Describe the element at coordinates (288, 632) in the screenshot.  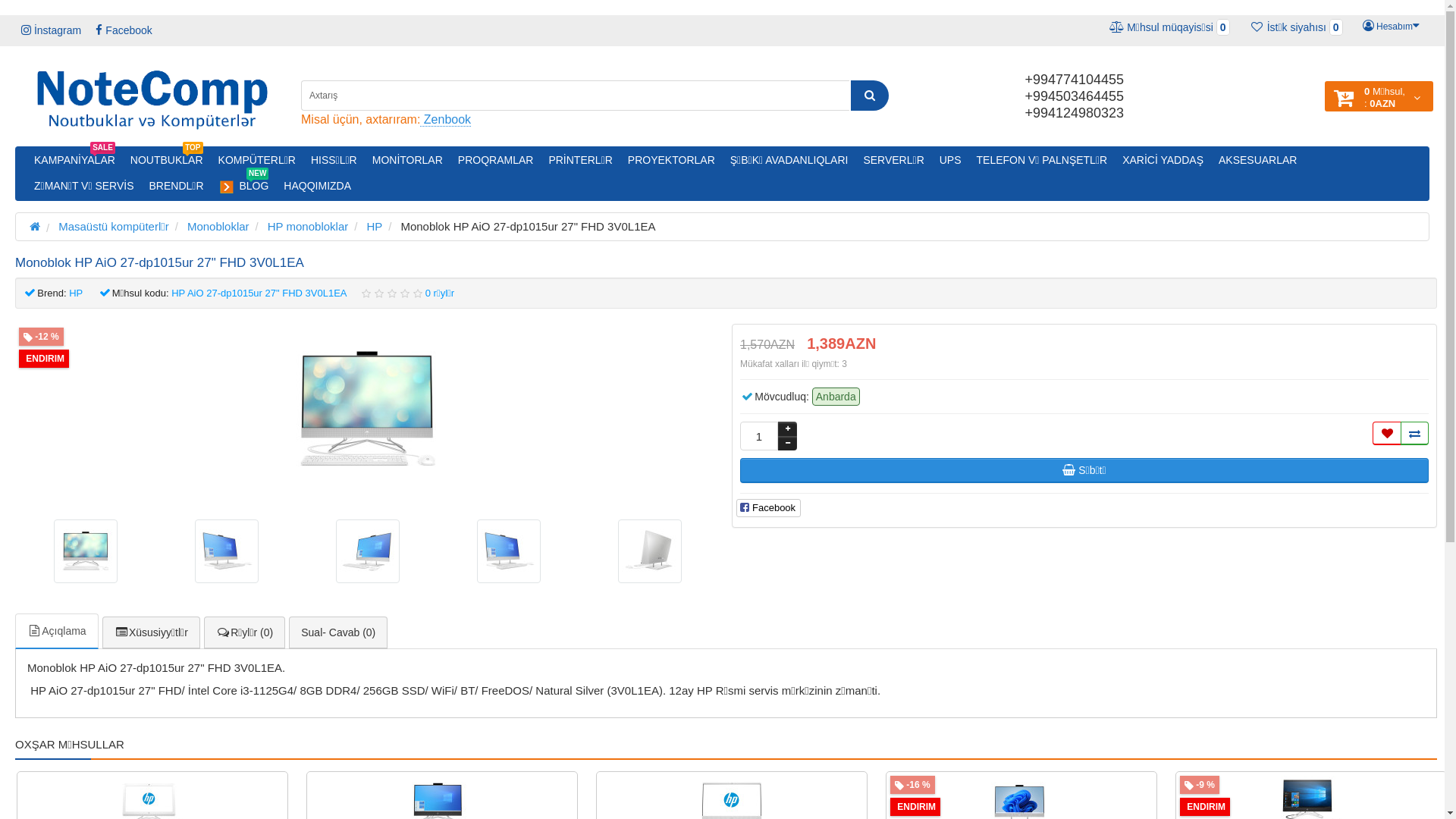
I see `'Sual- Cavab (0)'` at that location.